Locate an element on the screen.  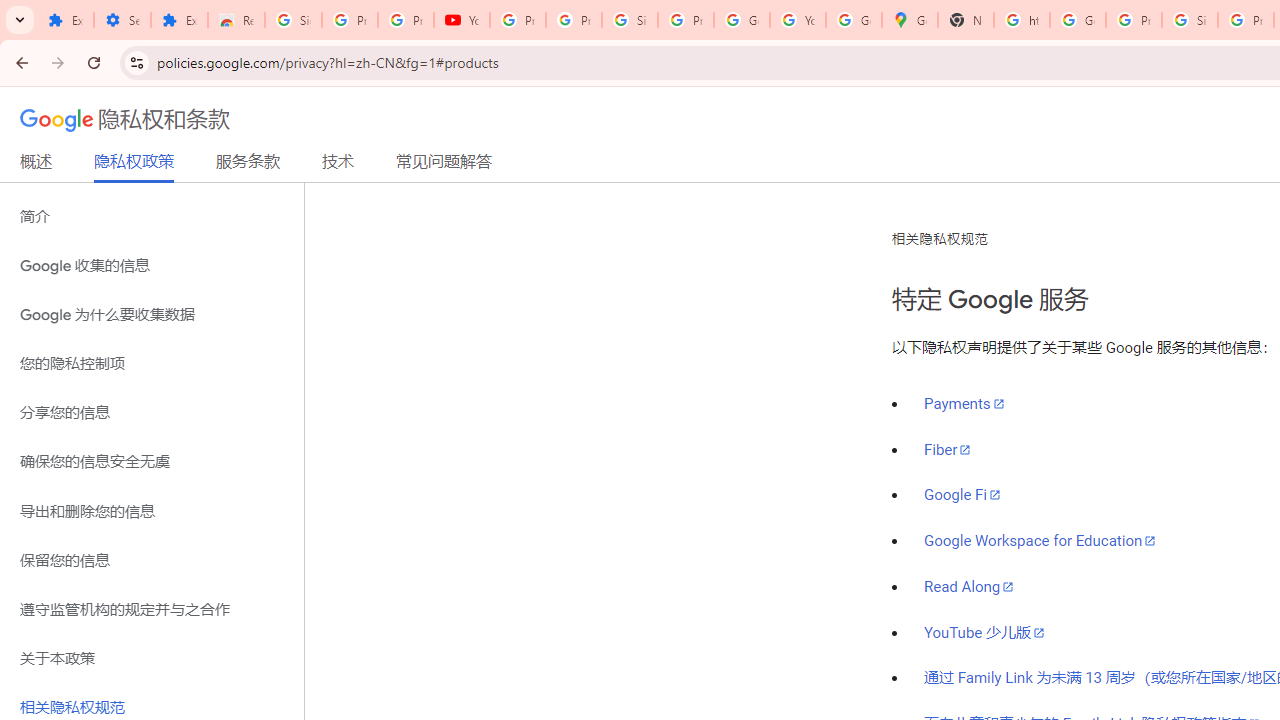
'Reviews: Helix Fruit Jump Arcade Game' is located at coordinates (236, 20).